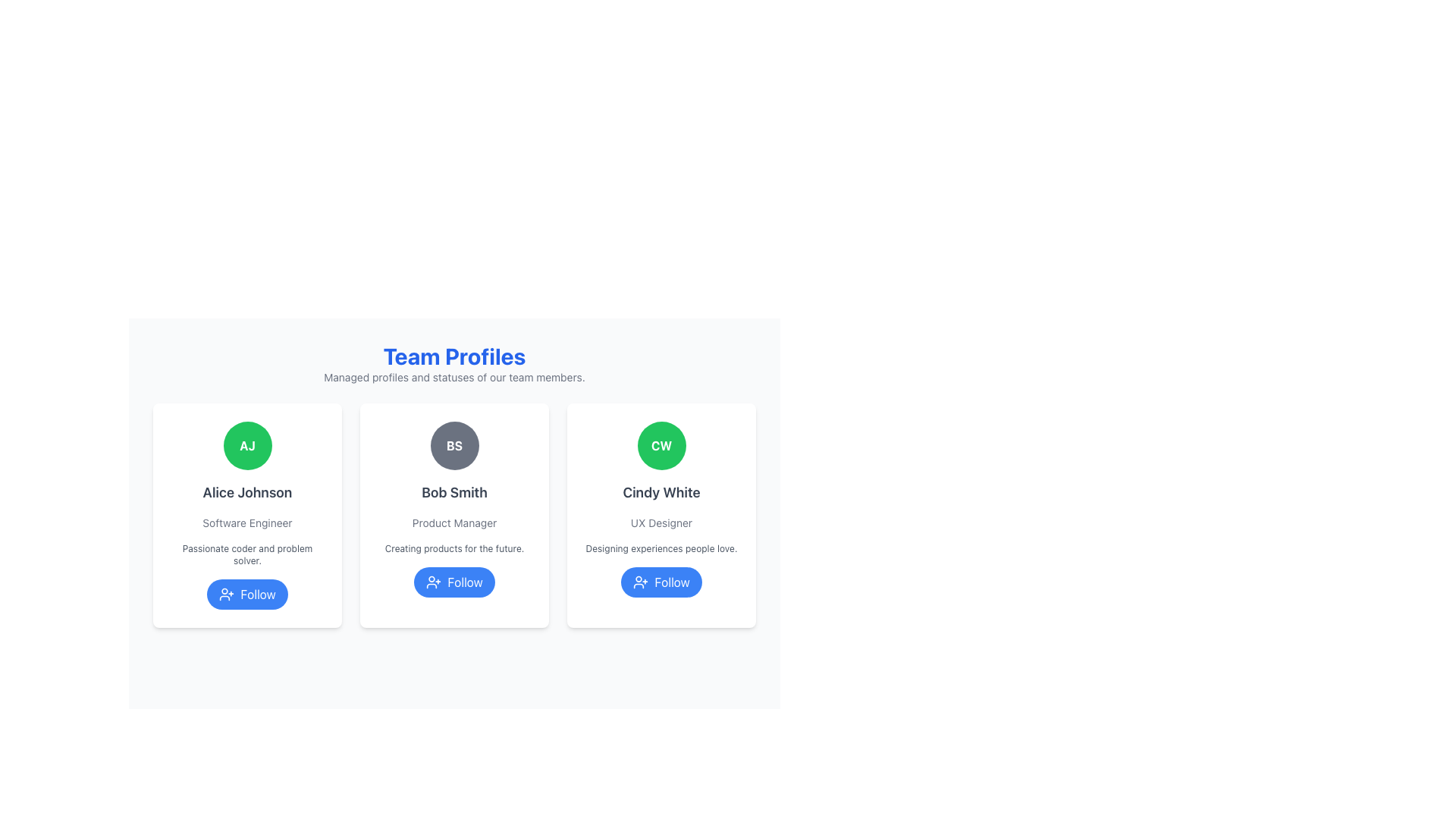 The image size is (1456, 819). Describe the element at coordinates (453, 514) in the screenshot. I see `the 'Follow' button on the Profile Card for Bob Smith, which is a blue button located at the bottom of the card` at that location.